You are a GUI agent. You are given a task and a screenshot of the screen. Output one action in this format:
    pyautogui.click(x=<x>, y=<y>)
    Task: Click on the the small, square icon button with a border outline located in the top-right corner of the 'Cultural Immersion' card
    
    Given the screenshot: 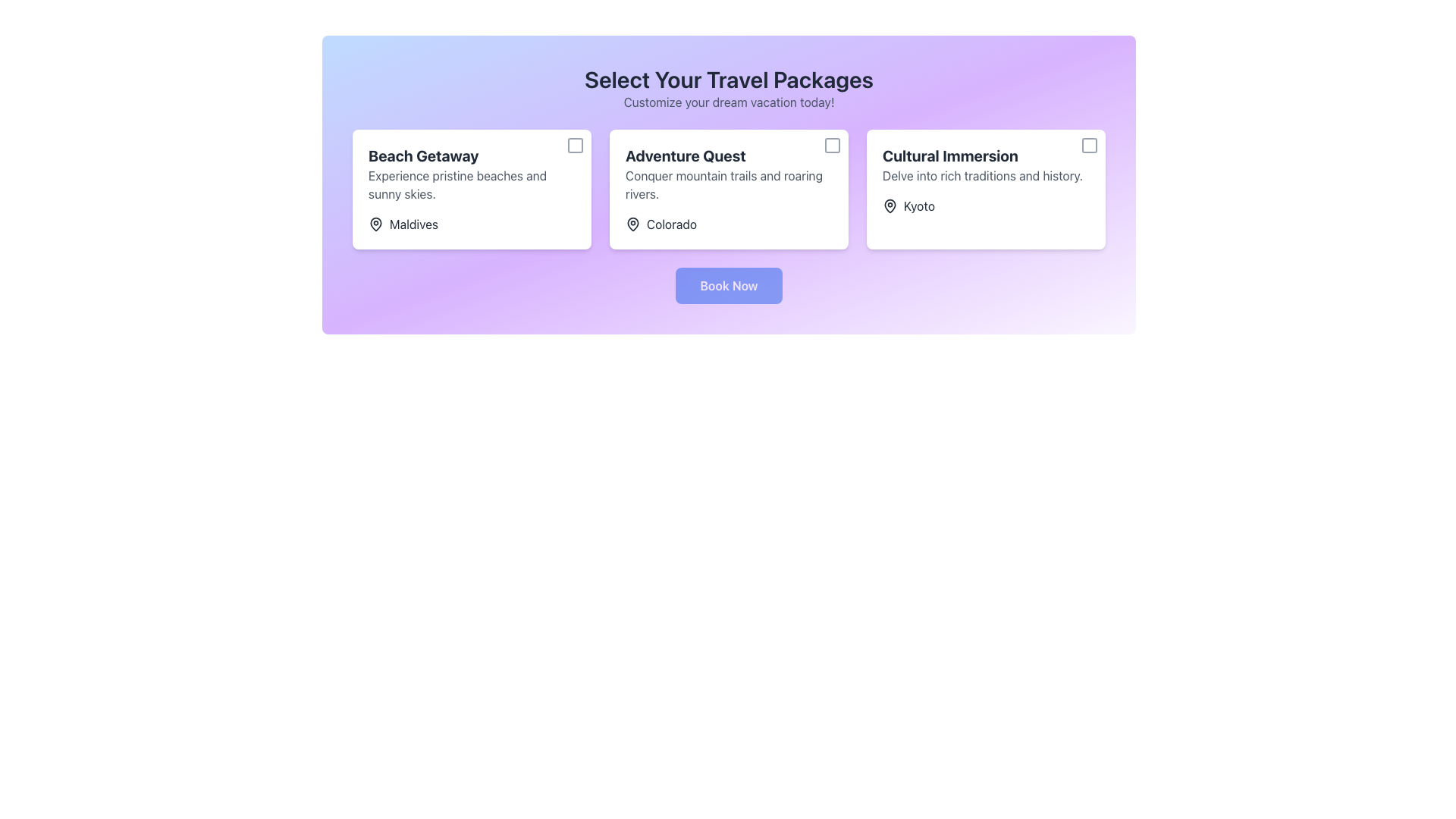 What is the action you would take?
    pyautogui.click(x=1088, y=146)
    